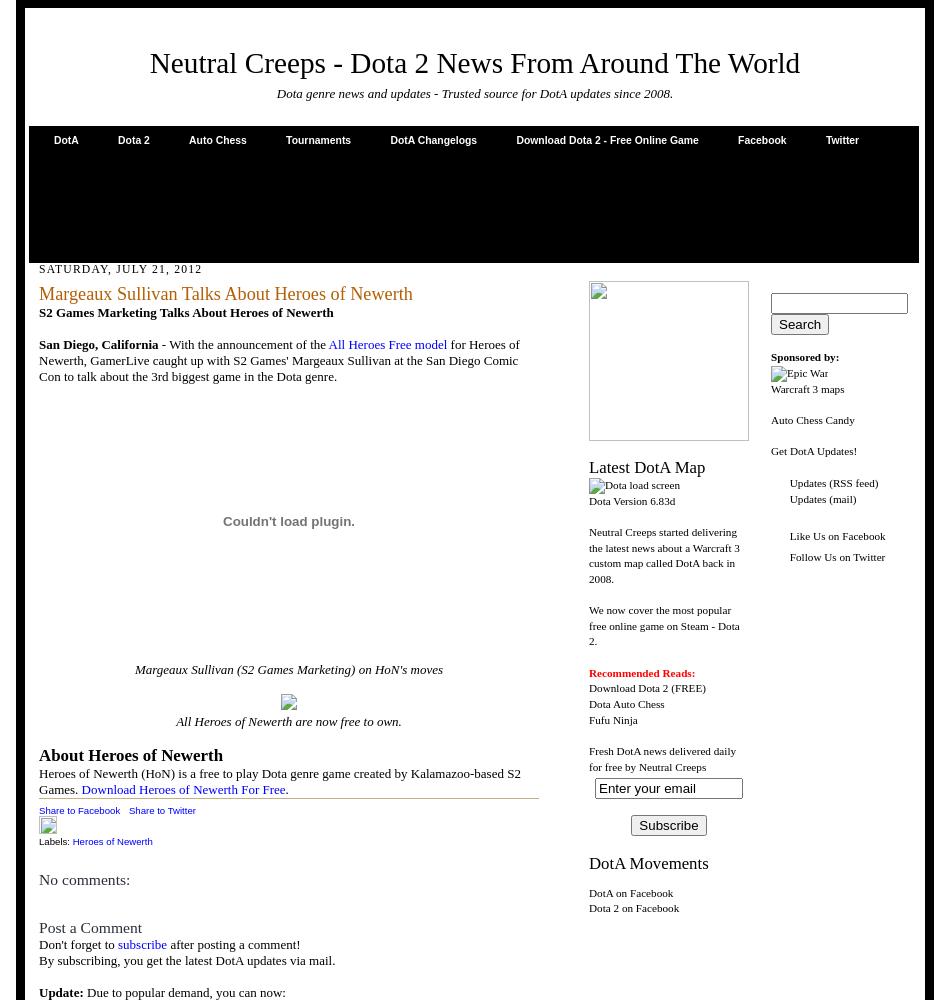 The width and height of the screenshot is (950, 1000). What do you see at coordinates (217, 140) in the screenshot?
I see `'Auto Chess'` at bounding box center [217, 140].